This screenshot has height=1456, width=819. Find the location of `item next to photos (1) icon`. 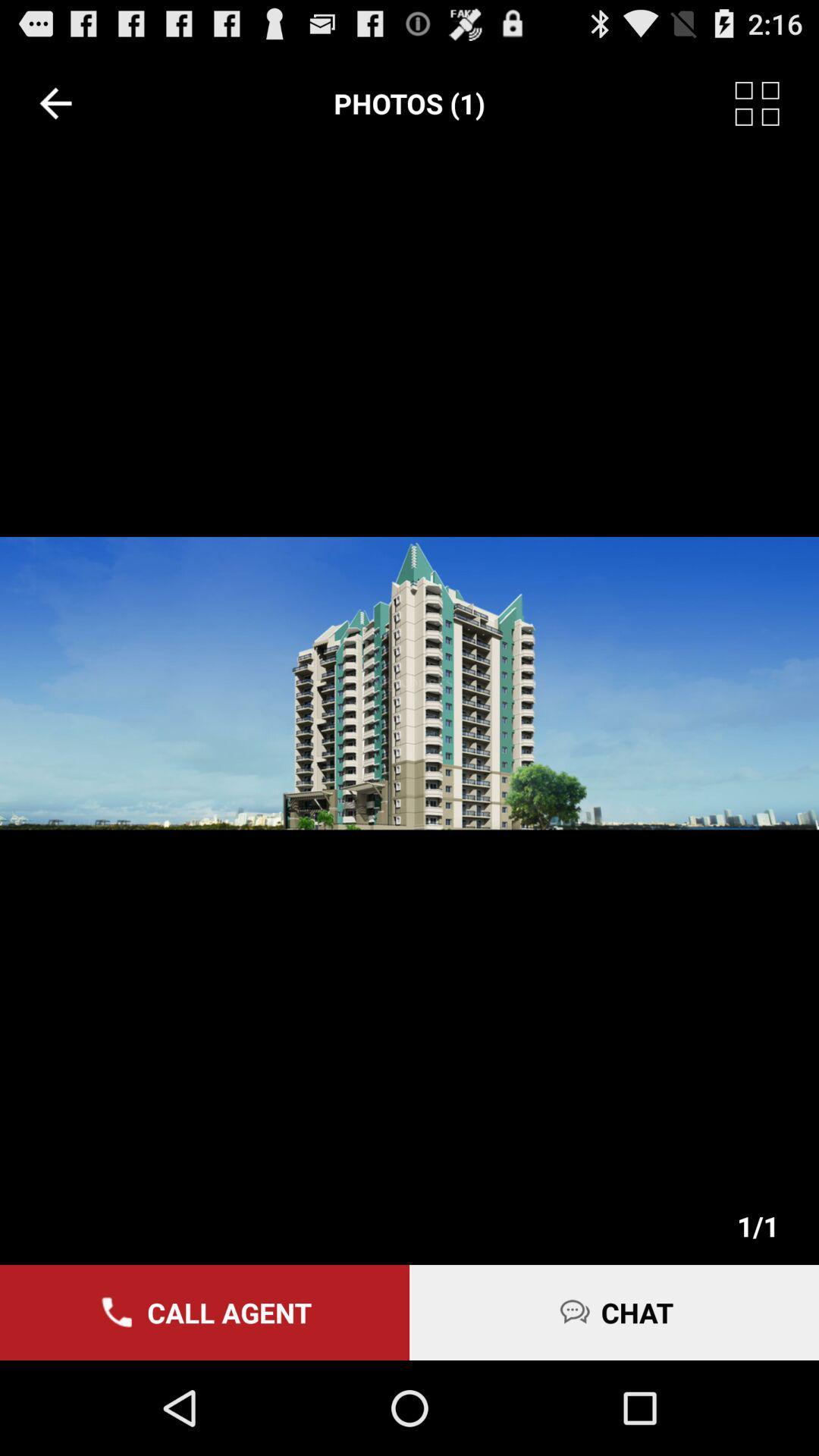

item next to photos (1) icon is located at coordinates (55, 102).